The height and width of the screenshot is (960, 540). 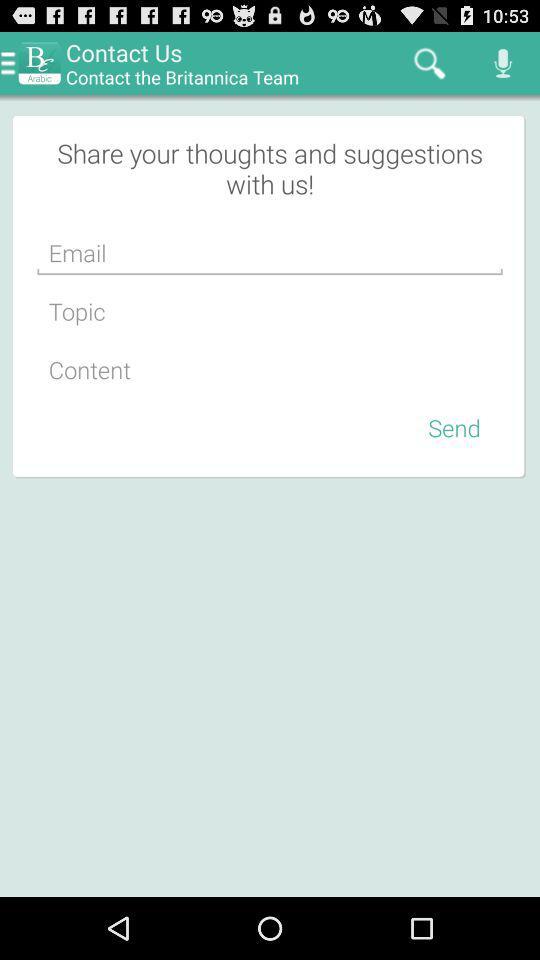 I want to click on content, so click(x=270, y=369).